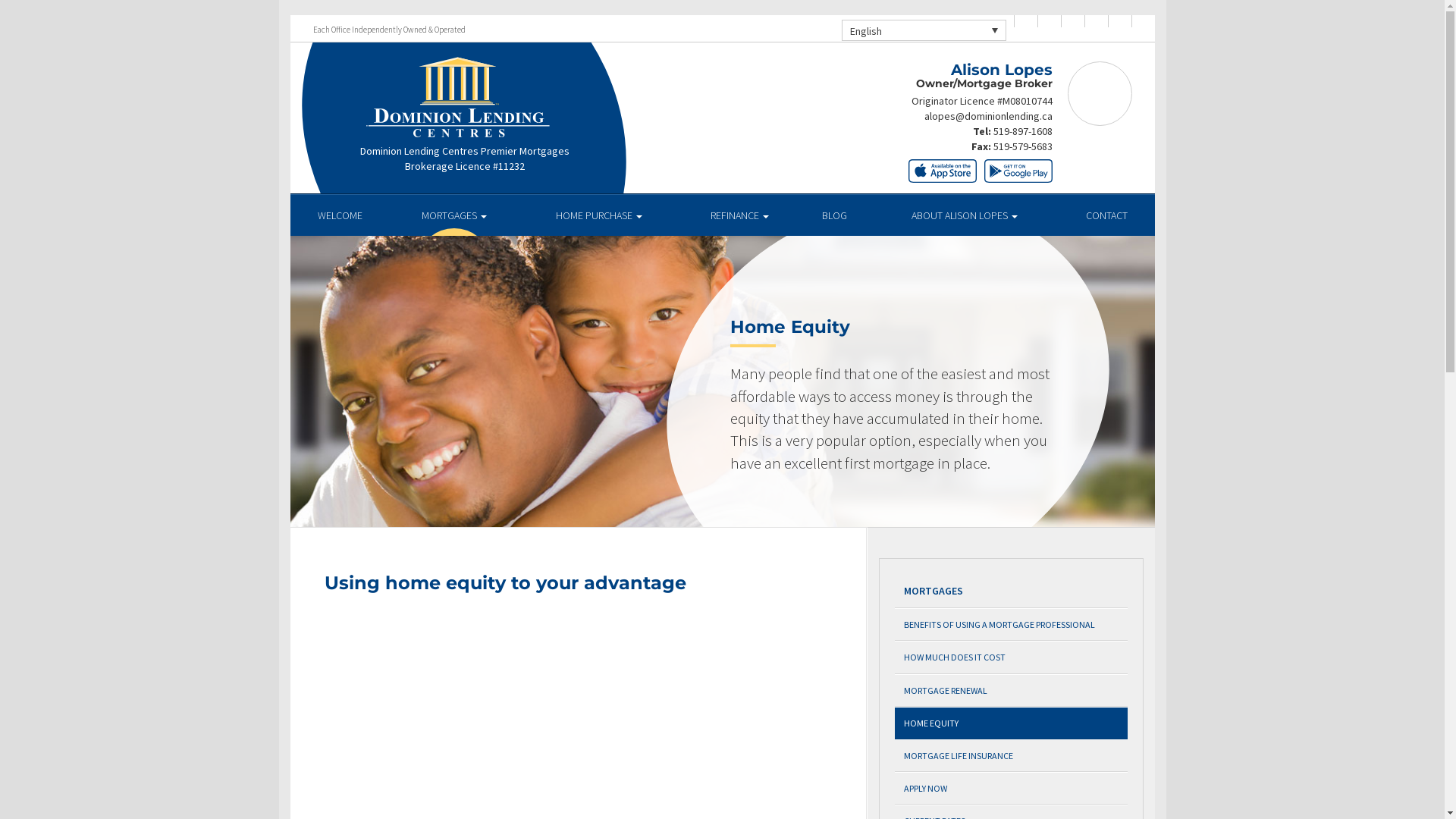 The width and height of the screenshot is (1456, 819). I want to click on 'English', so click(923, 30).